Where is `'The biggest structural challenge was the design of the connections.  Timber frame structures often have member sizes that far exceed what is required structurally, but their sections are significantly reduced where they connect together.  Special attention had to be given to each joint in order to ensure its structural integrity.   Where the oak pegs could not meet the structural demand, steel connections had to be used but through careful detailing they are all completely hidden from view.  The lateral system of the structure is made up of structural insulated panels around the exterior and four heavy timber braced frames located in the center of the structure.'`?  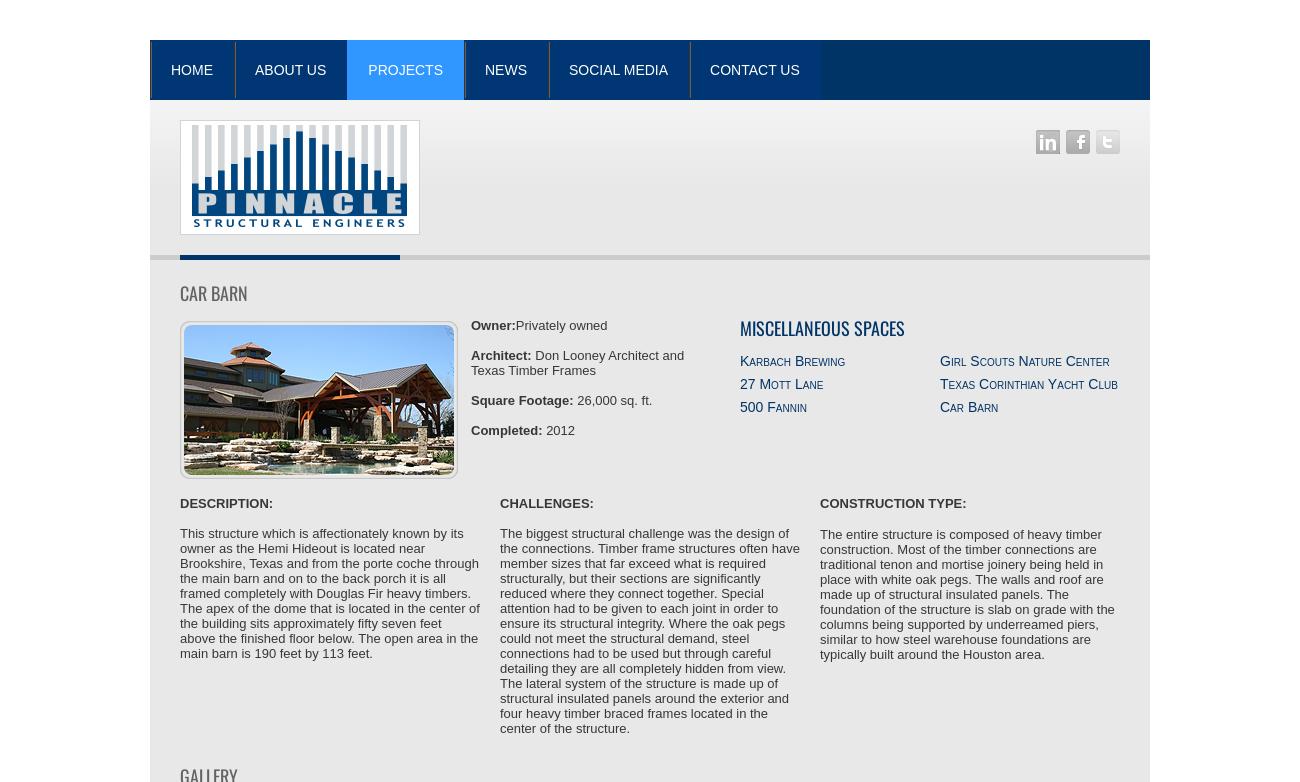
'The biggest structural challenge was the design of the connections.  Timber frame structures often have member sizes that far exceed what is required structurally, but their sections are significantly reduced where they connect together.  Special attention had to be given to each joint in order to ensure its structural integrity.   Where the oak pegs could not meet the structural demand, steel connections had to be used but through careful detailing they are all completely hidden from view.  The lateral system of the structure is made up of structural insulated panels around the exterior and four heavy timber braced frames located in the center of the structure.' is located at coordinates (499, 629).